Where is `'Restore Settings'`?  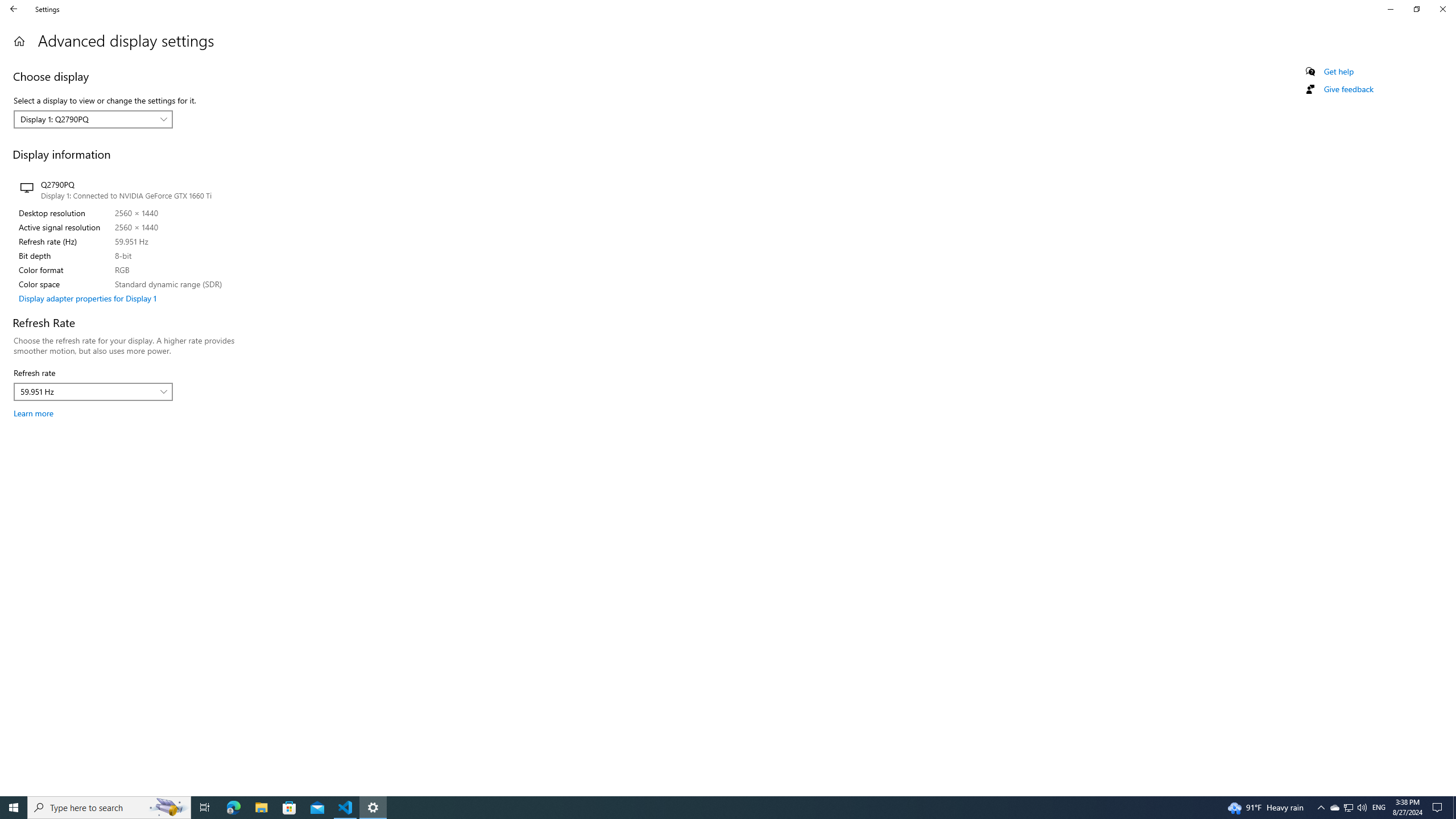 'Restore Settings' is located at coordinates (1416, 9).